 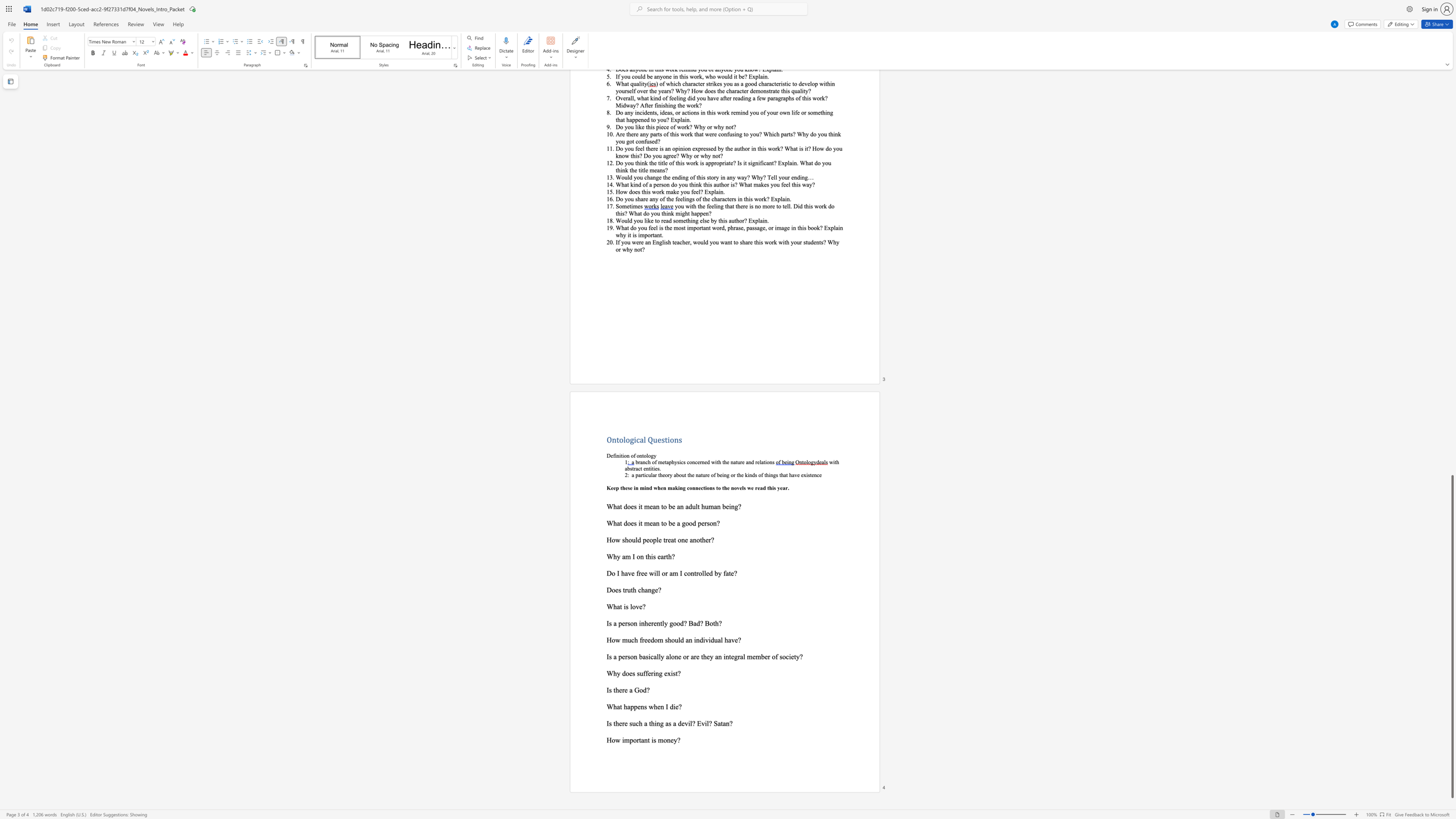 I want to click on the 4th character "a" in the text, so click(x=718, y=723).